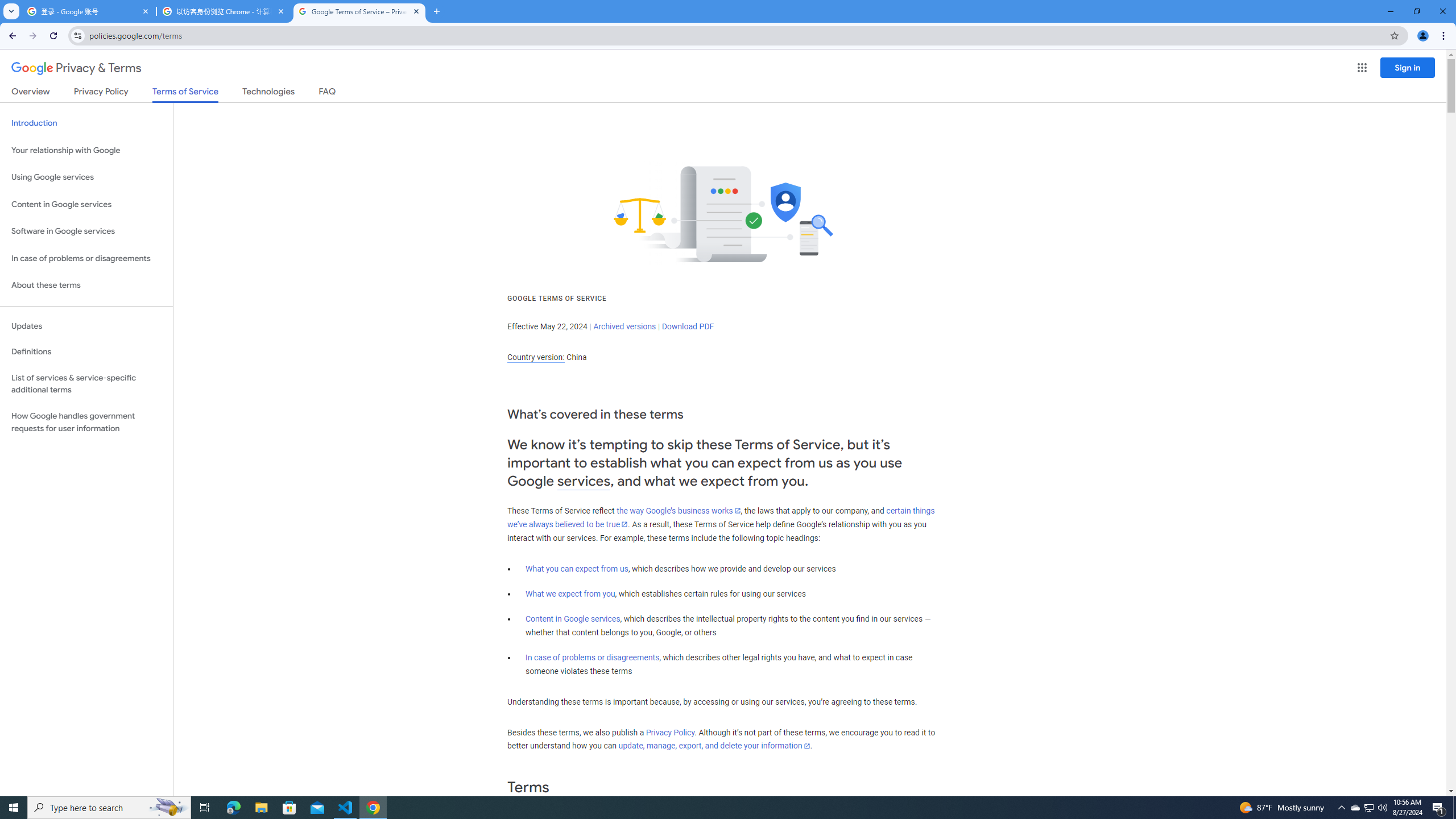 The image size is (1456, 819). Describe the element at coordinates (86, 176) in the screenshot. I see `'Using Google services'` at that location.